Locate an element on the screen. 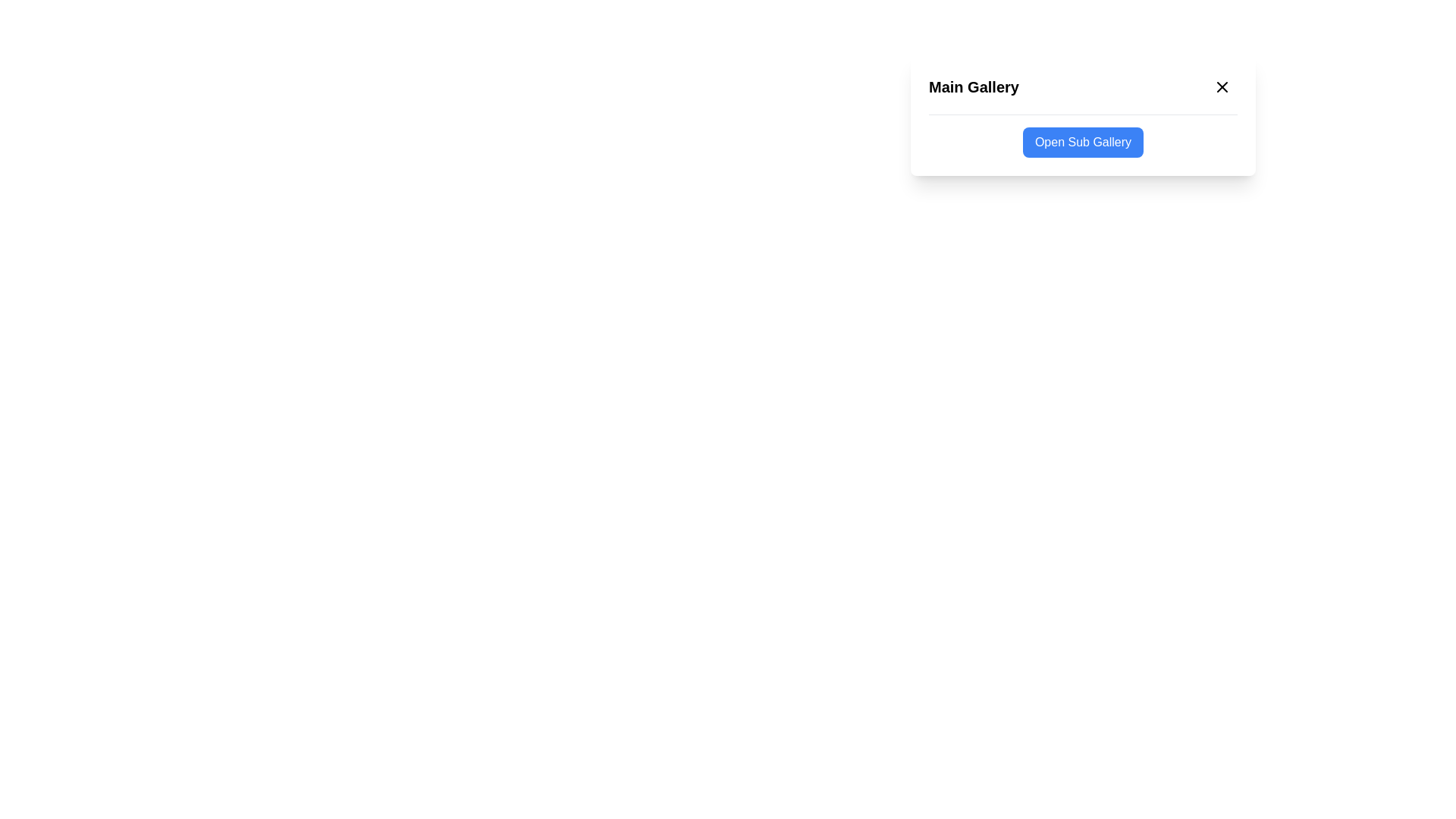 The height and width of the screenshot is (819, 1456). the blue button labeled 'Open Sub Gallery' located below the 'Main Gallery' text is located at coordinates (1082, 143).